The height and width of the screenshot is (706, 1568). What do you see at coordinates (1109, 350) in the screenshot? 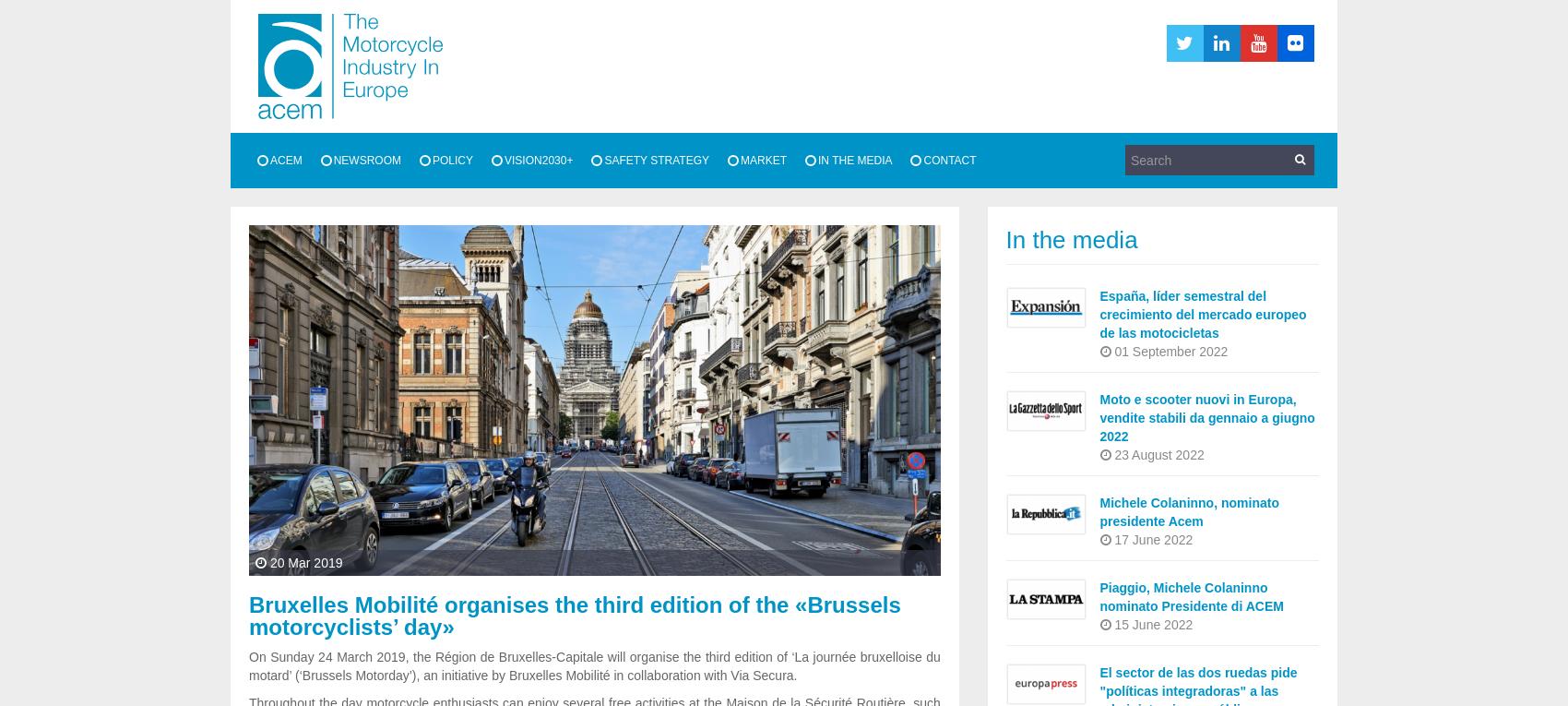
I see `'01 September 2022'` at bounding box center [1109, 350].